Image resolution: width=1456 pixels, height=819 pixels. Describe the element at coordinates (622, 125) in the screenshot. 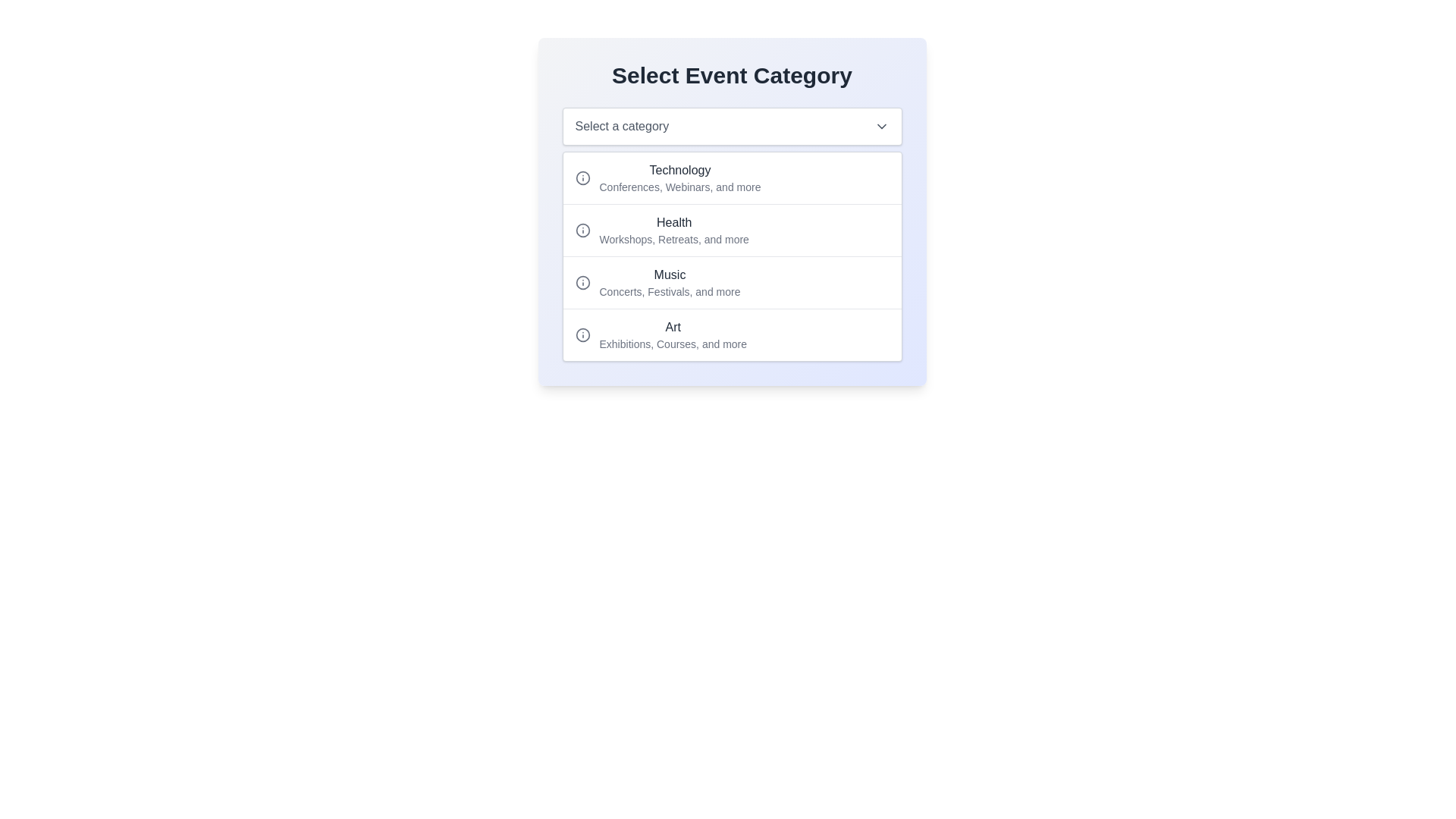

I see `the Text label that serves as a prompt for the dropdown menu, located to the left of the dropdown icon` at that location.